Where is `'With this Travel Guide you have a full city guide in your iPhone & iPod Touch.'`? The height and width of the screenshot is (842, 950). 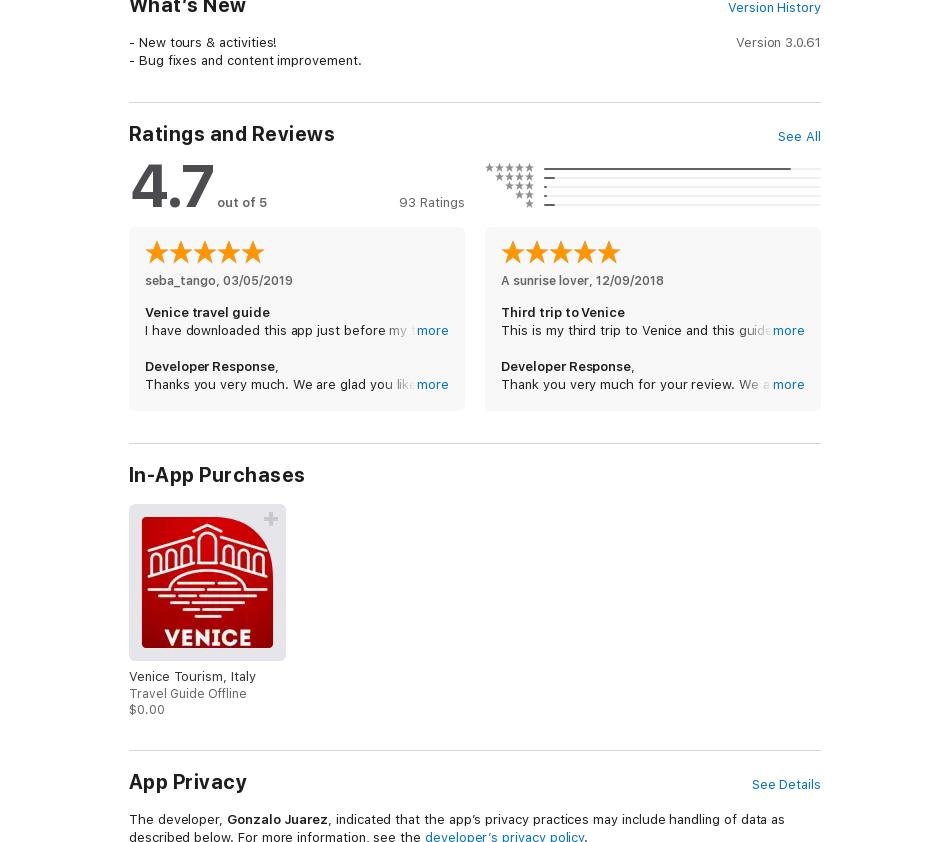
'With this Travel Guide you have a full city guide in your iPhone & iPod Touch.' is located at coordinates (129, 273).